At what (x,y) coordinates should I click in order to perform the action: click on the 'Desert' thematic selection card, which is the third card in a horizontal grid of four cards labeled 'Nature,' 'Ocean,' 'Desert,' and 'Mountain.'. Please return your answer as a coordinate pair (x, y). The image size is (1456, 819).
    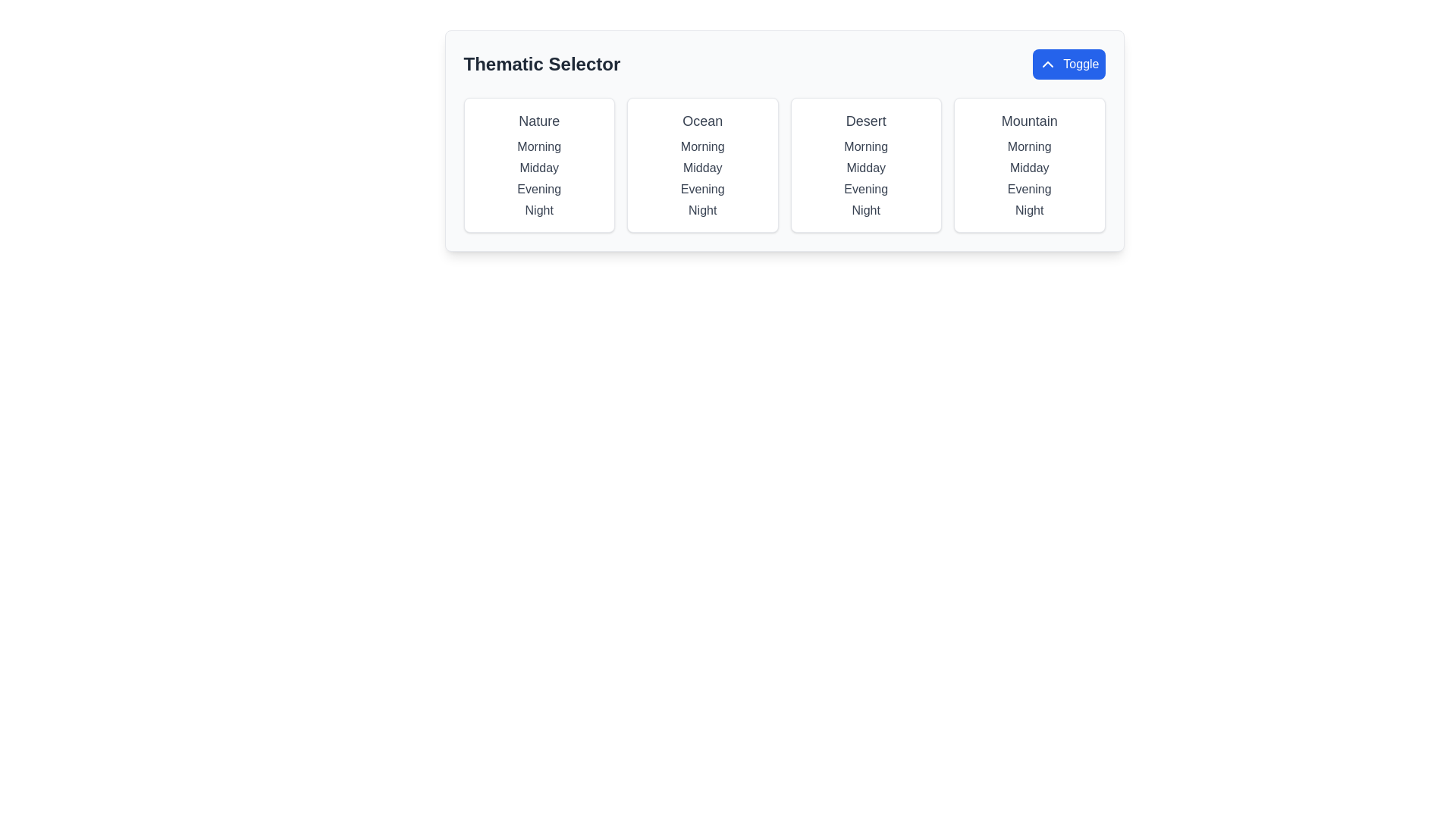
    Looking at the image, I should click on (866, 165).